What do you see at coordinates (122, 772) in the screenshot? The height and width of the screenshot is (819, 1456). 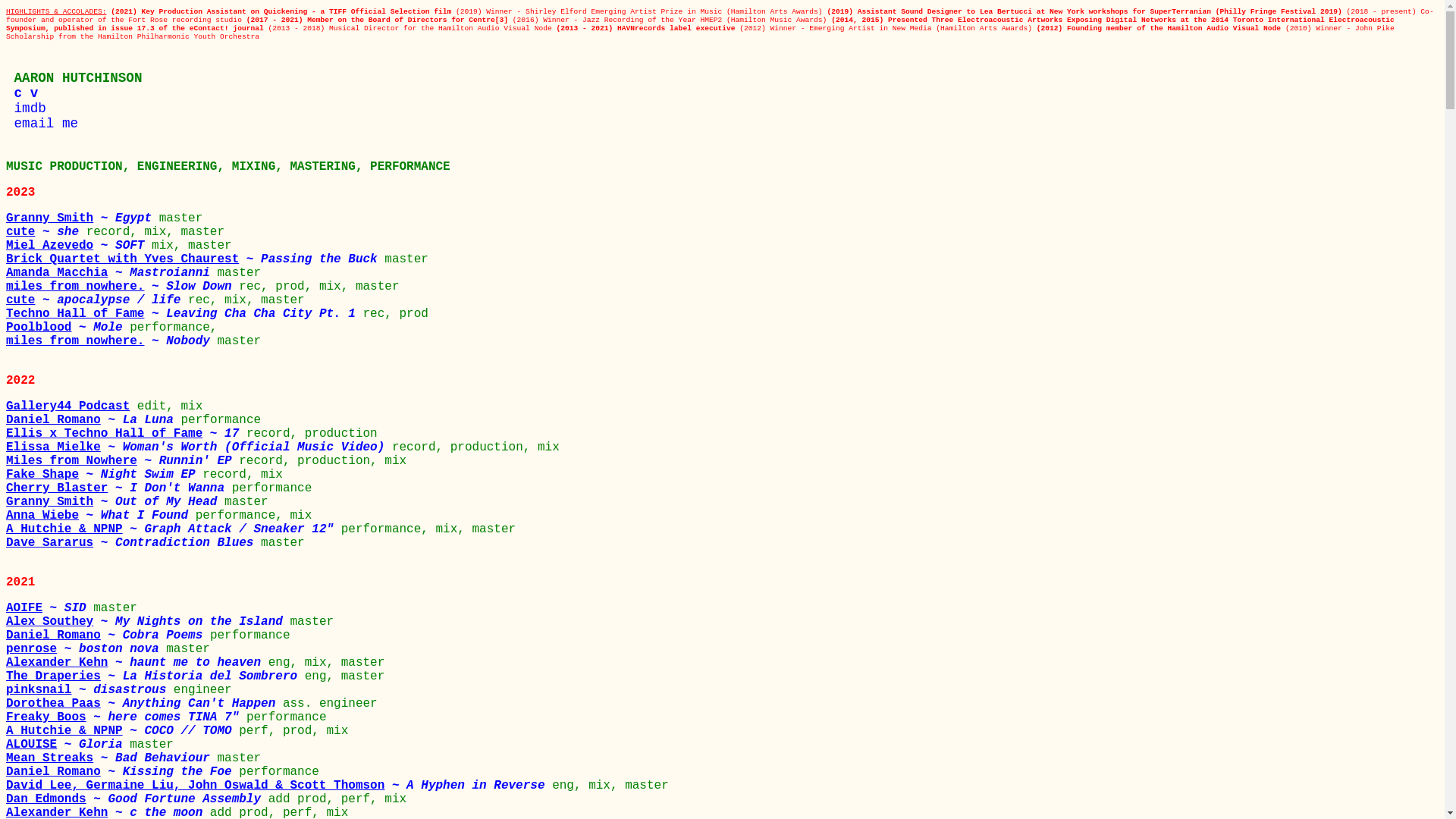 I see `'Daniel Romano ~ Kissing the Foe'` at bounding box center [122, 772].